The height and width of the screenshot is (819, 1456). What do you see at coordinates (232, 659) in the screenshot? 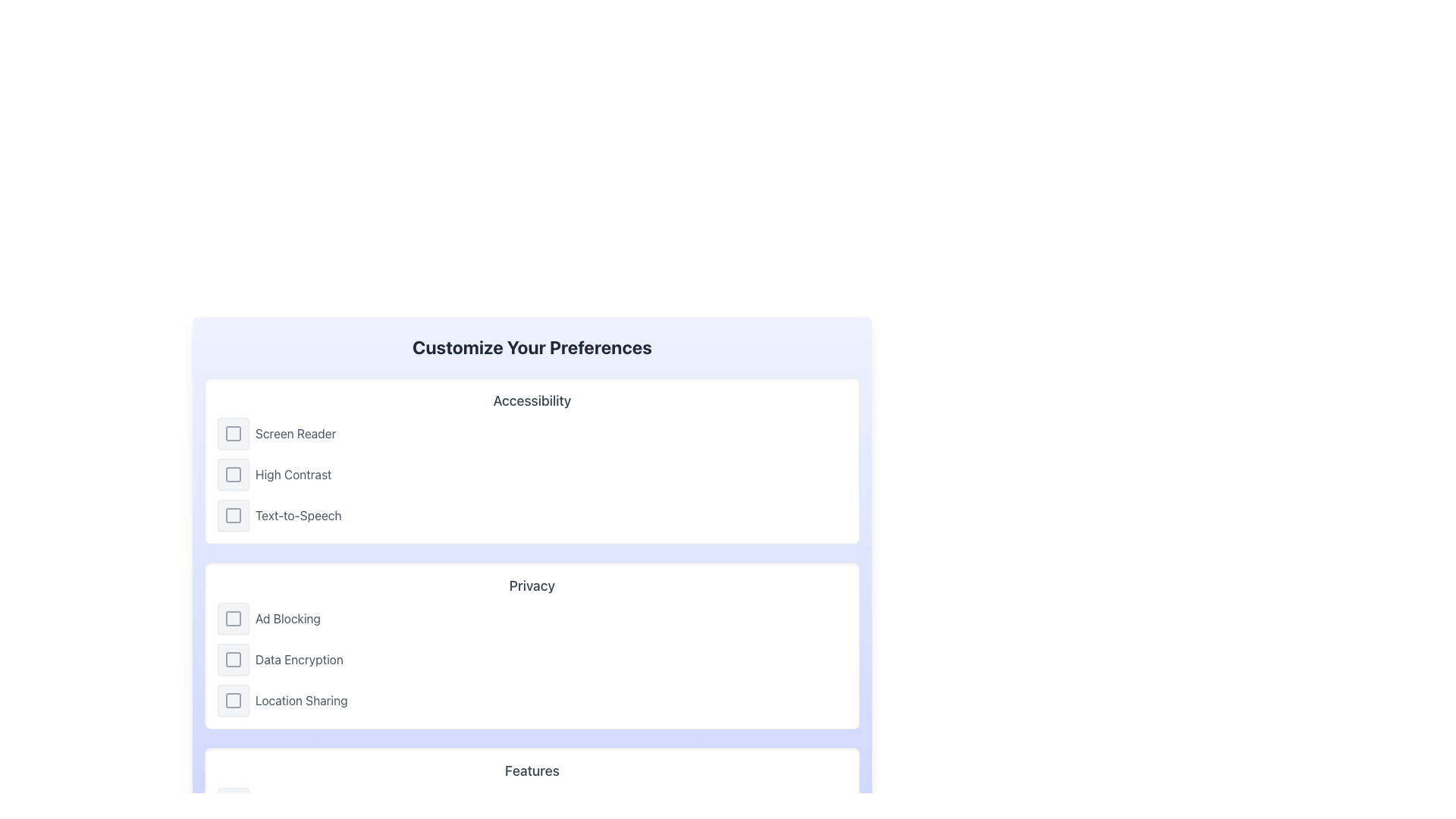
I see `the checkbox located to the left of the 'Data Encryption' label in the Privacy preferences section` at bounding box center [232, 659].